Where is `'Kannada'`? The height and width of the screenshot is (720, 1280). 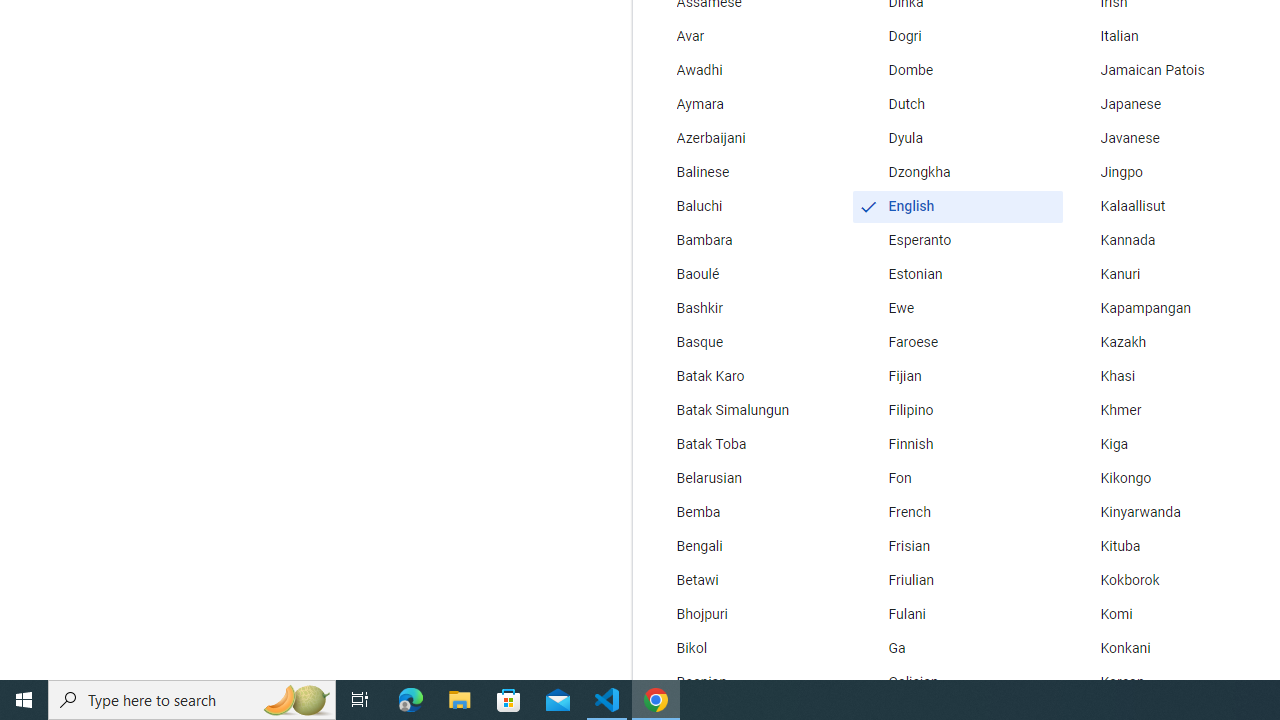 'Kannada' is located at coordinates (1169, 239).